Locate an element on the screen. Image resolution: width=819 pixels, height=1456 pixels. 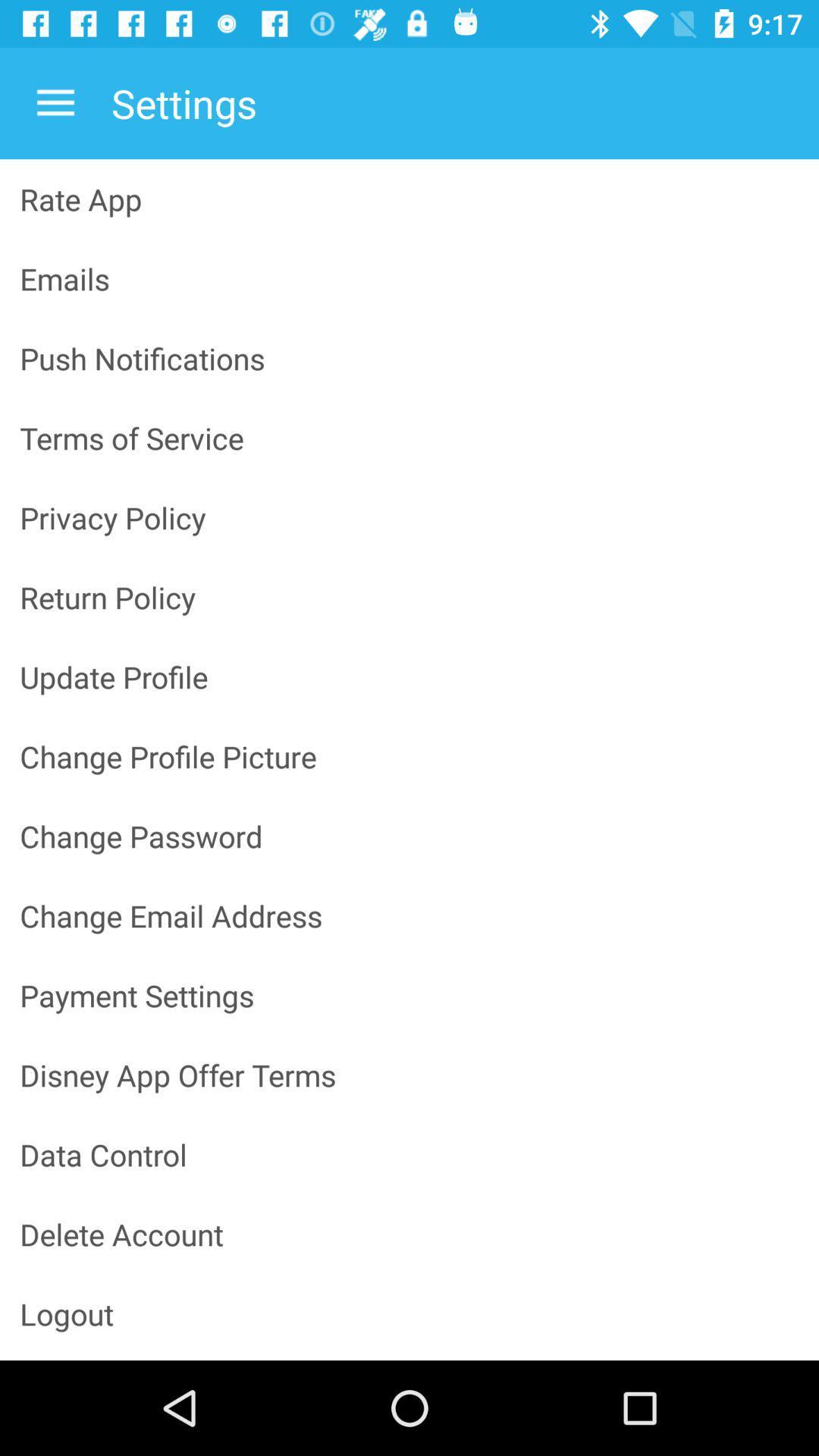
icon to the left of settings icon is located at coordinates (55, 102).